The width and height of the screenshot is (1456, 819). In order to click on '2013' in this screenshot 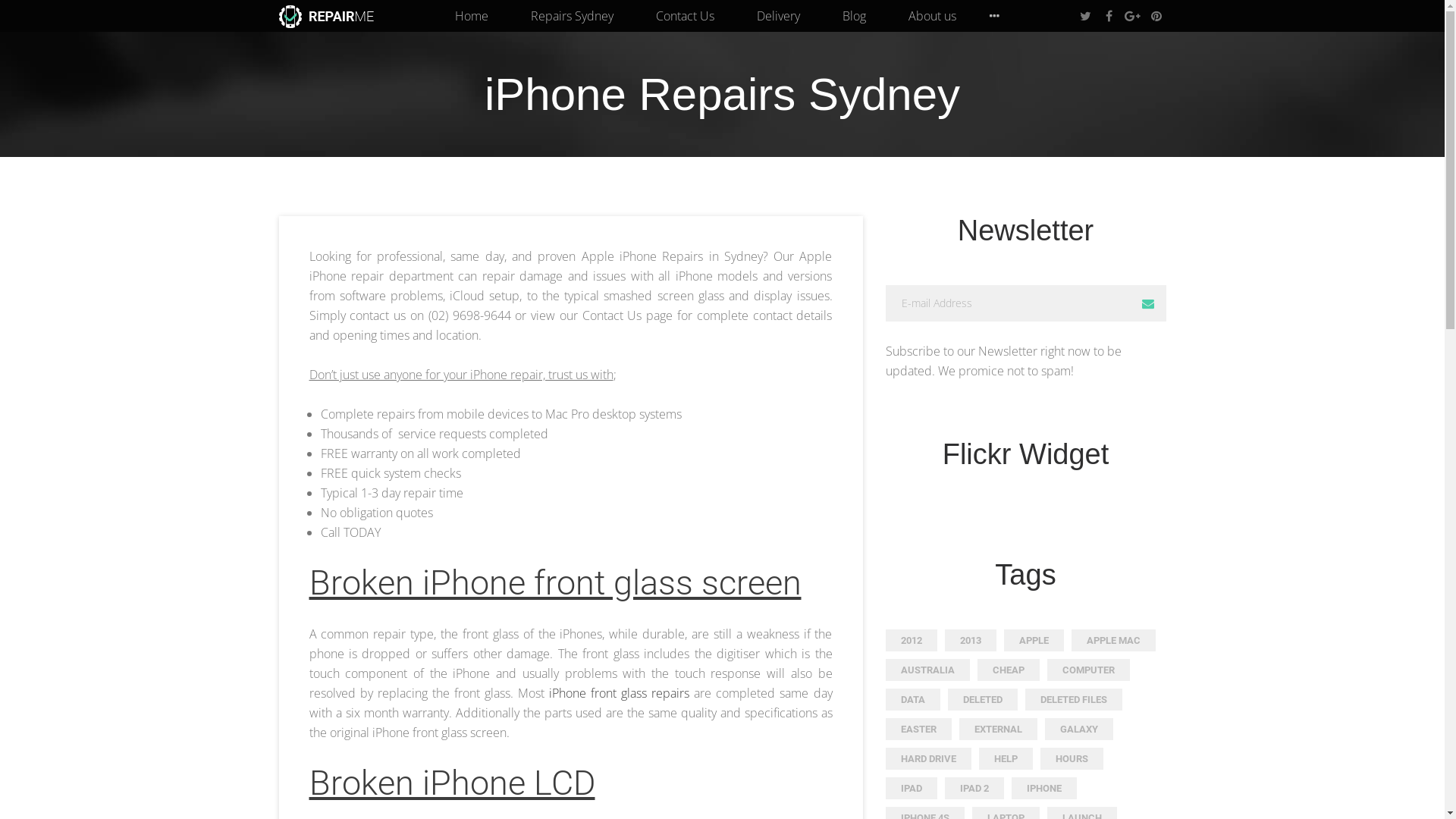, I will do `click(971, 640)`.